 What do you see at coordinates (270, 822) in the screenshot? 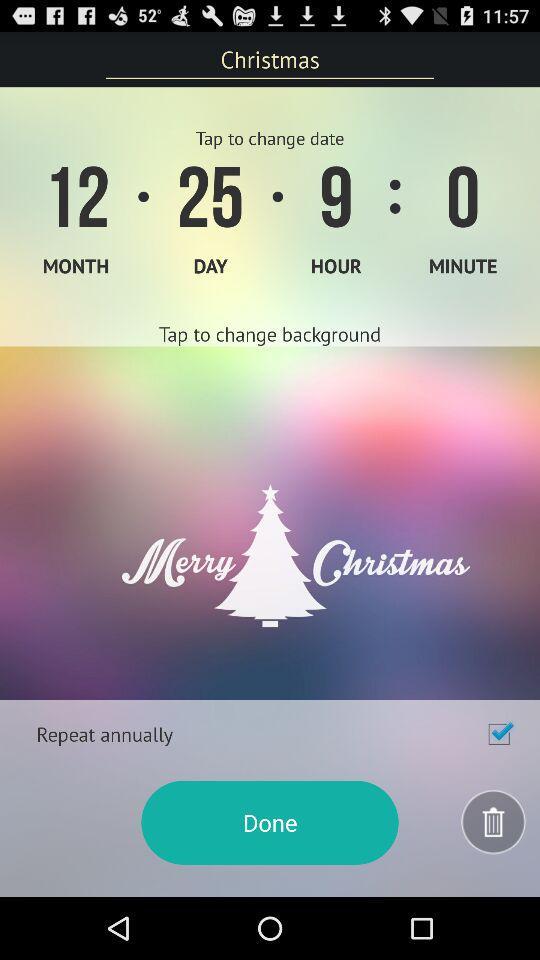
I see `the icon at the bottom` at bounding box center [270, 822].